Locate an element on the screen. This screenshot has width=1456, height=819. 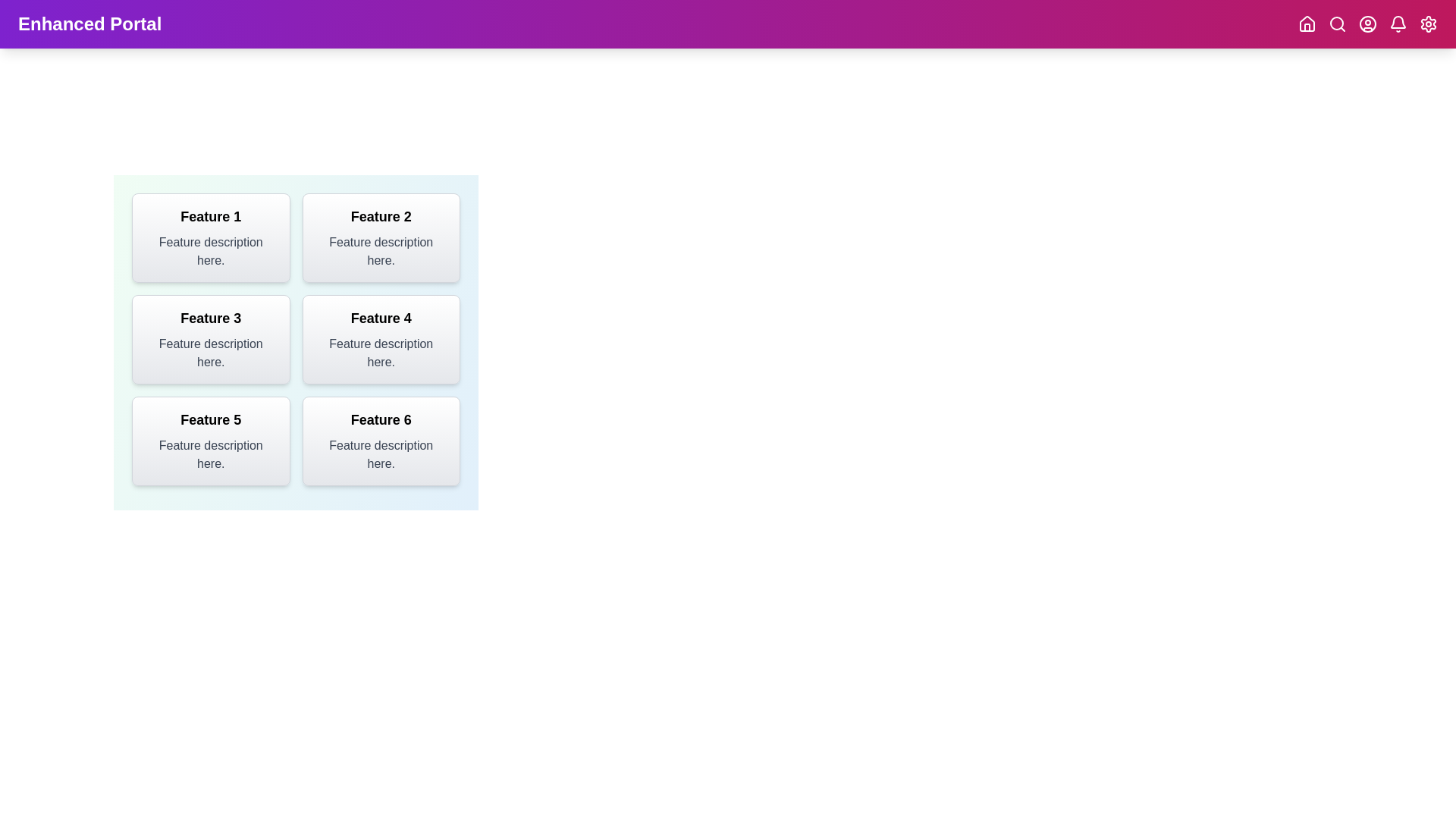
the navigation icon settings to see its hover effect is located at coordinates (1427, 24).